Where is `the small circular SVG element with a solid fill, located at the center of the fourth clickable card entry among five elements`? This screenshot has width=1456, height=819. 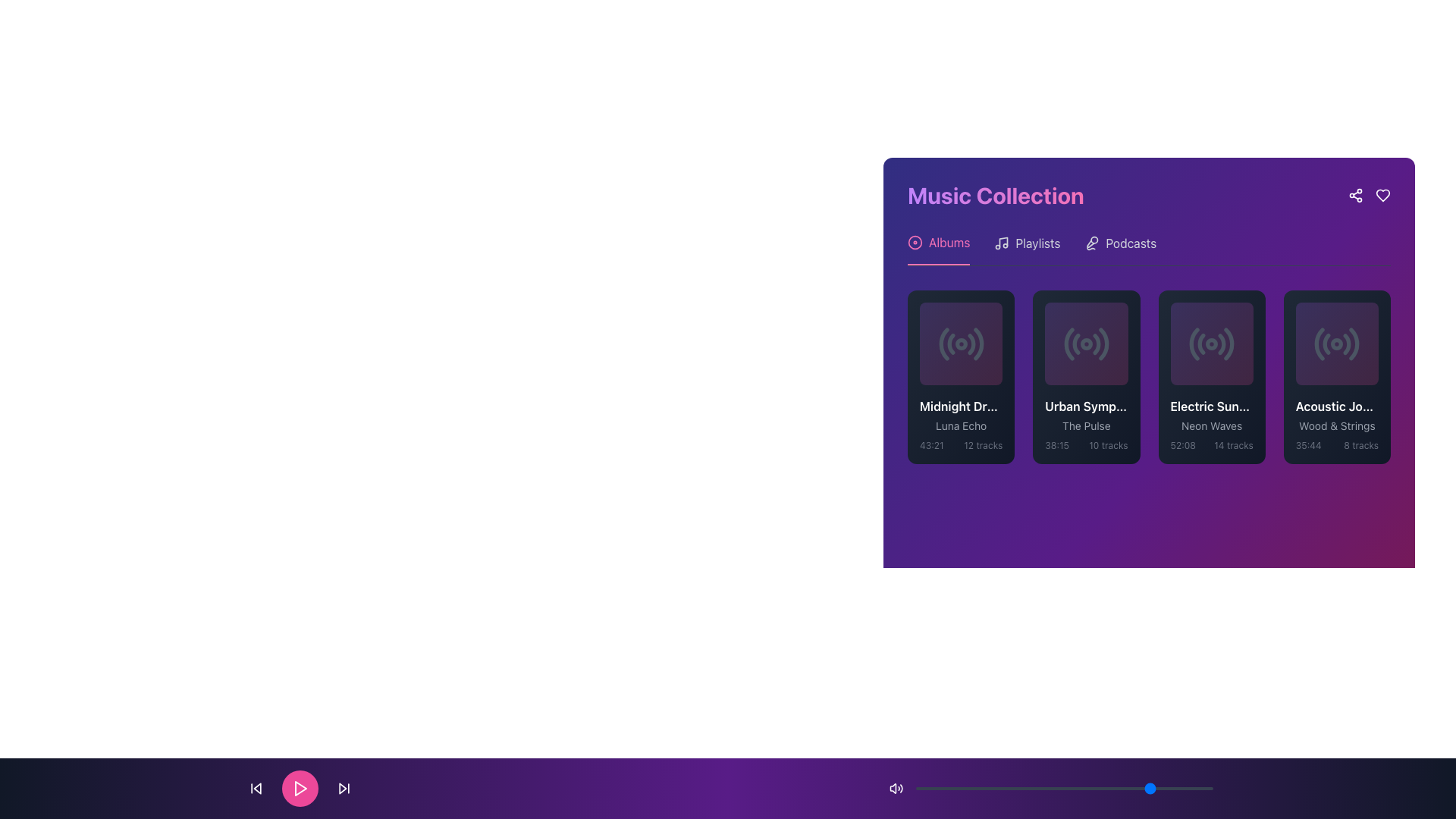
the small circular SVG element with a solid fill, located at the center of the fourth clickable card entry among five elements is located at coordinates (1337, 344).